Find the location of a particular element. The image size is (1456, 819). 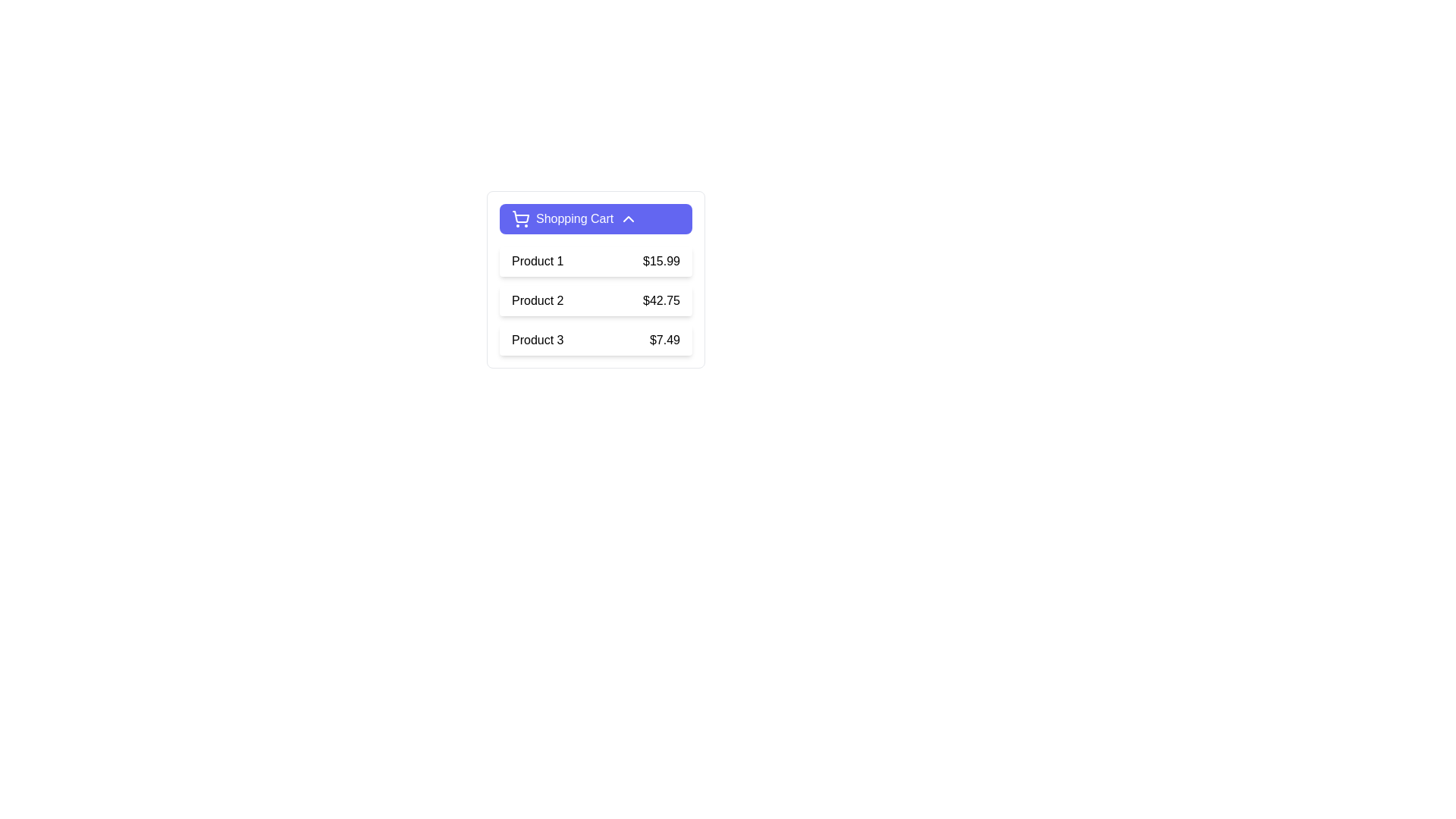

to select the product card representing the second item in the shopping cart, which includes the product's name and price is located at coordinates (595, 301).